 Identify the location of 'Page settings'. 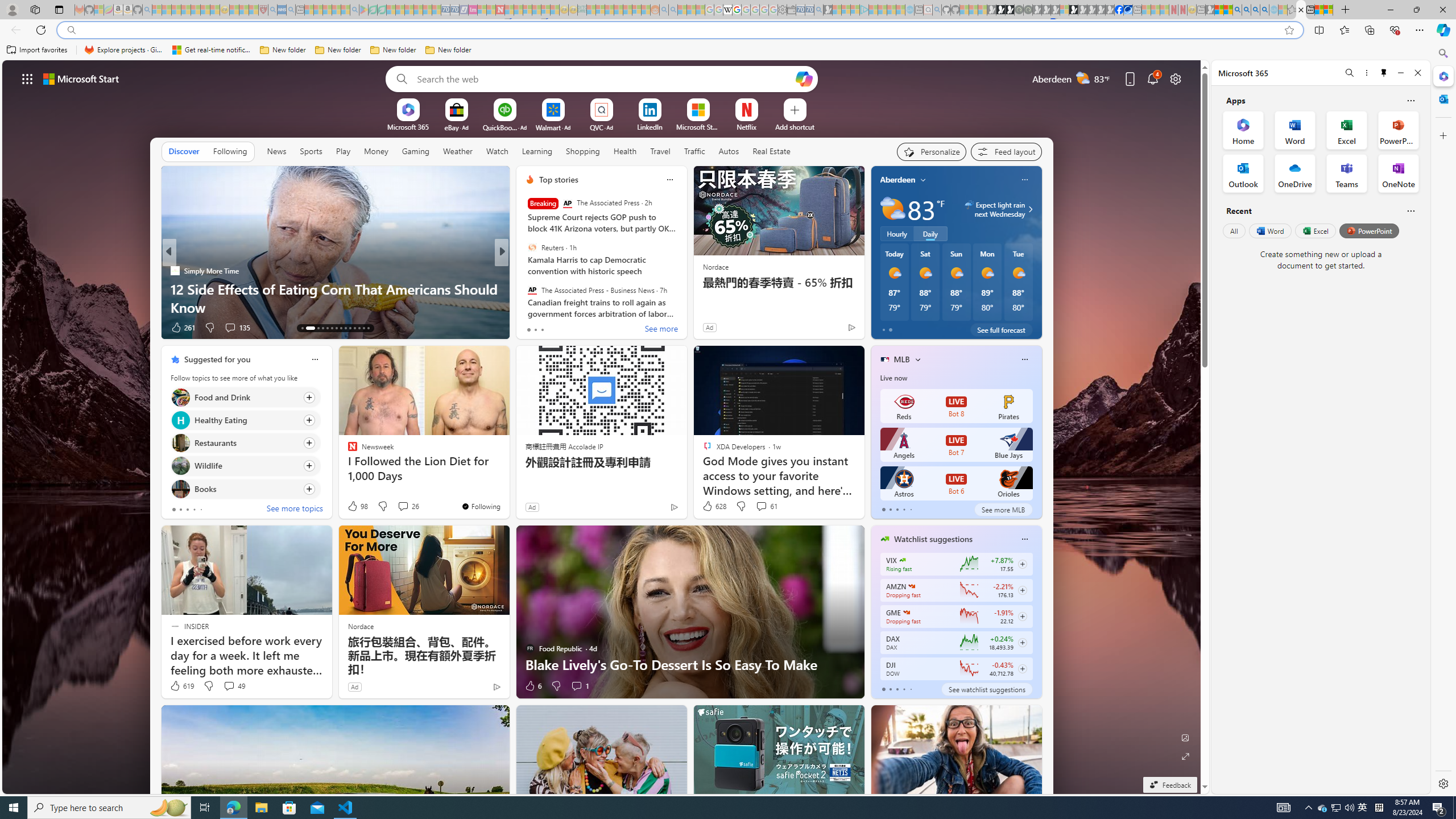
(1175, 78).